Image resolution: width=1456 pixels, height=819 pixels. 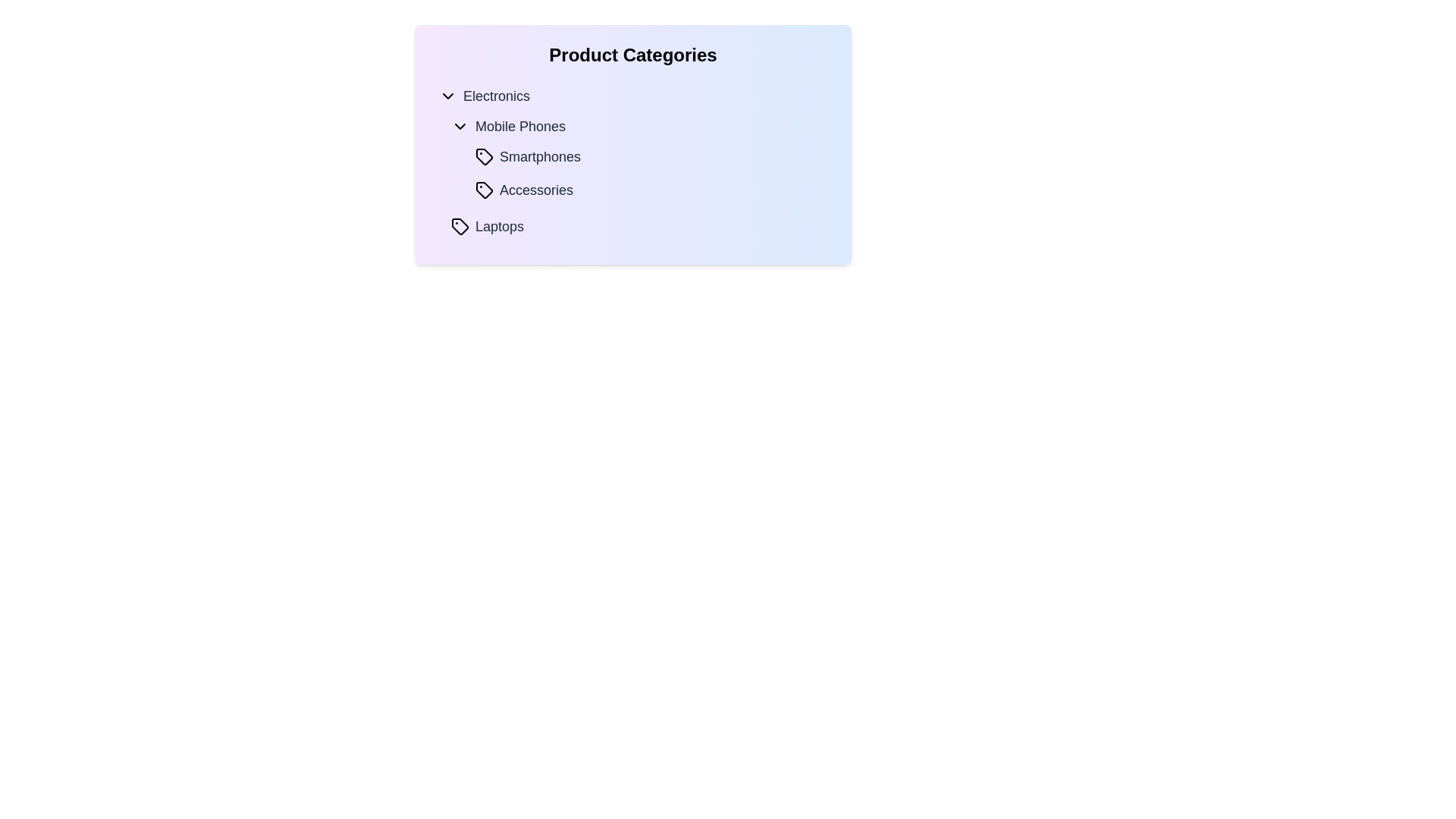 What do you see at coordinates (499, 227) in the screenshot?
I see `the 'Laptops' text label, which is styled in gray and part of the vertical menu structure under 'Product Categories', positioned as the third item in the list under 'Mobile Phones'` at bounding box center [499, 227].